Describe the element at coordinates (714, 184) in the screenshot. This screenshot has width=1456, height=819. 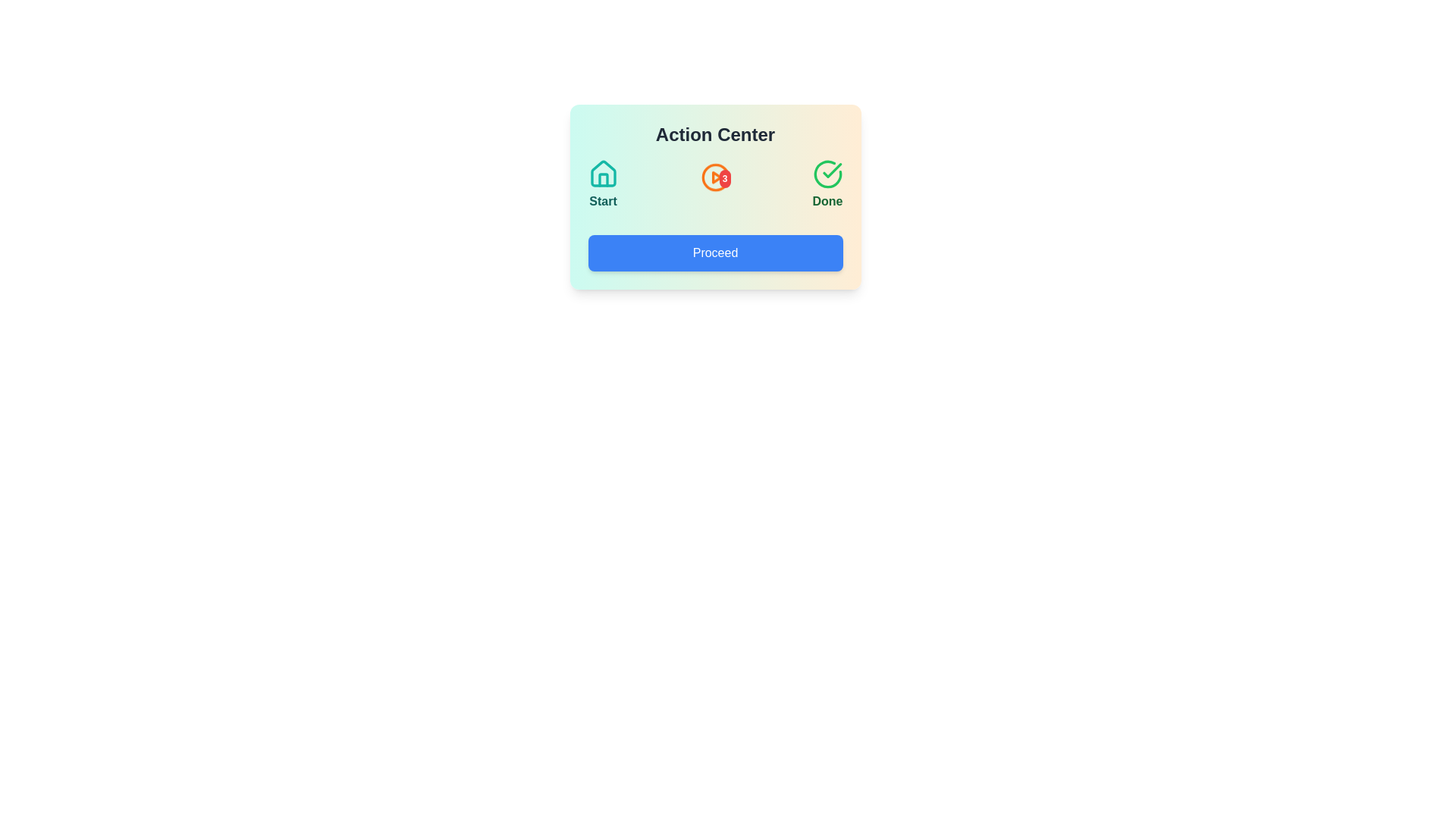
I see `the middle interactive element marked with the text '3', which features an orange circular symbol with a bouncing play icon and a red badge displaying the number '3', to interact or proceed to the next step` at that location.